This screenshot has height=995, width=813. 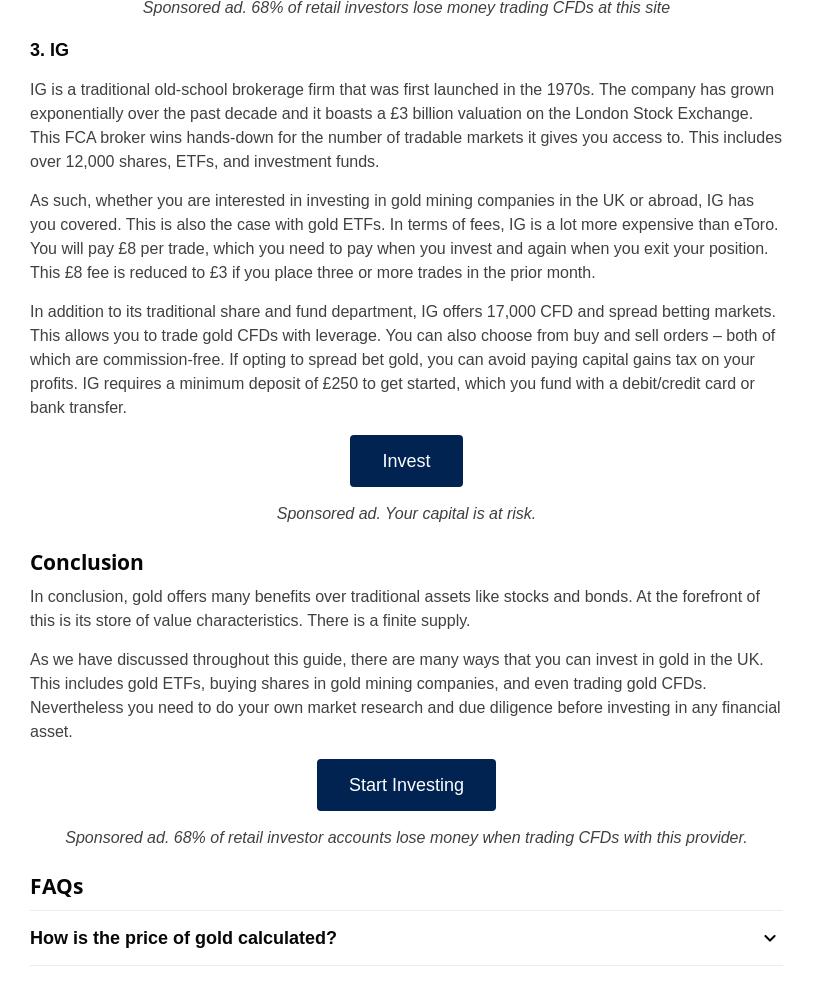 I want to click on 'IG is a traditional old-school brokerage firm that was first launched in the 1970s. The company has grown exponentially over the past decade and it boasts a £3 billion valuation on the London Stock Exchange. This FCA broker wins hands-down for the number of tradable markets it gives you access to. This includes over 12,000 shares, ETFs, and investment funds.', so click(x=28, y=123).